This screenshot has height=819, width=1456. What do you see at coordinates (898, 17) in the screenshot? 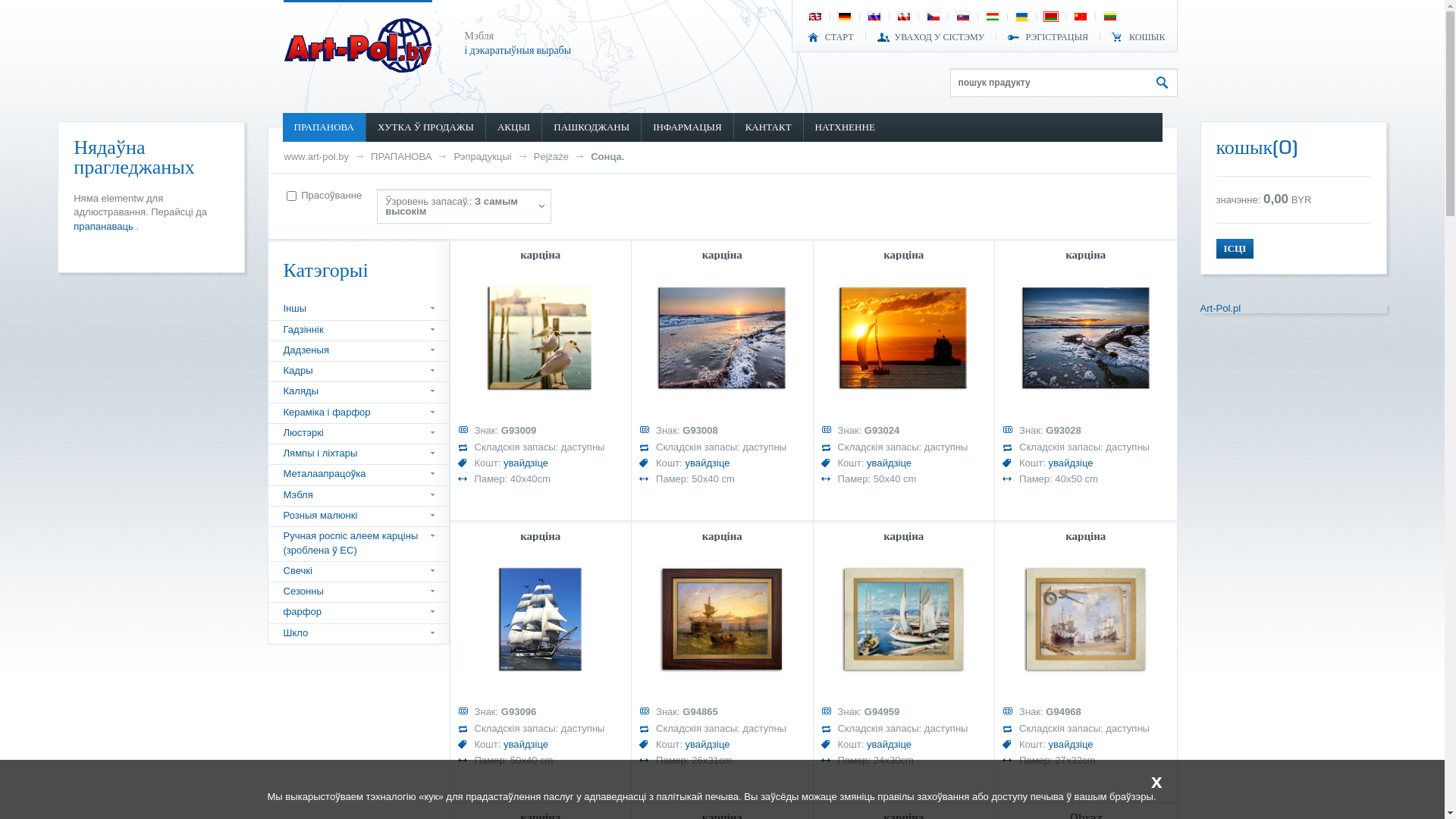
I see `'pl'` at bounding box center [898, 17].